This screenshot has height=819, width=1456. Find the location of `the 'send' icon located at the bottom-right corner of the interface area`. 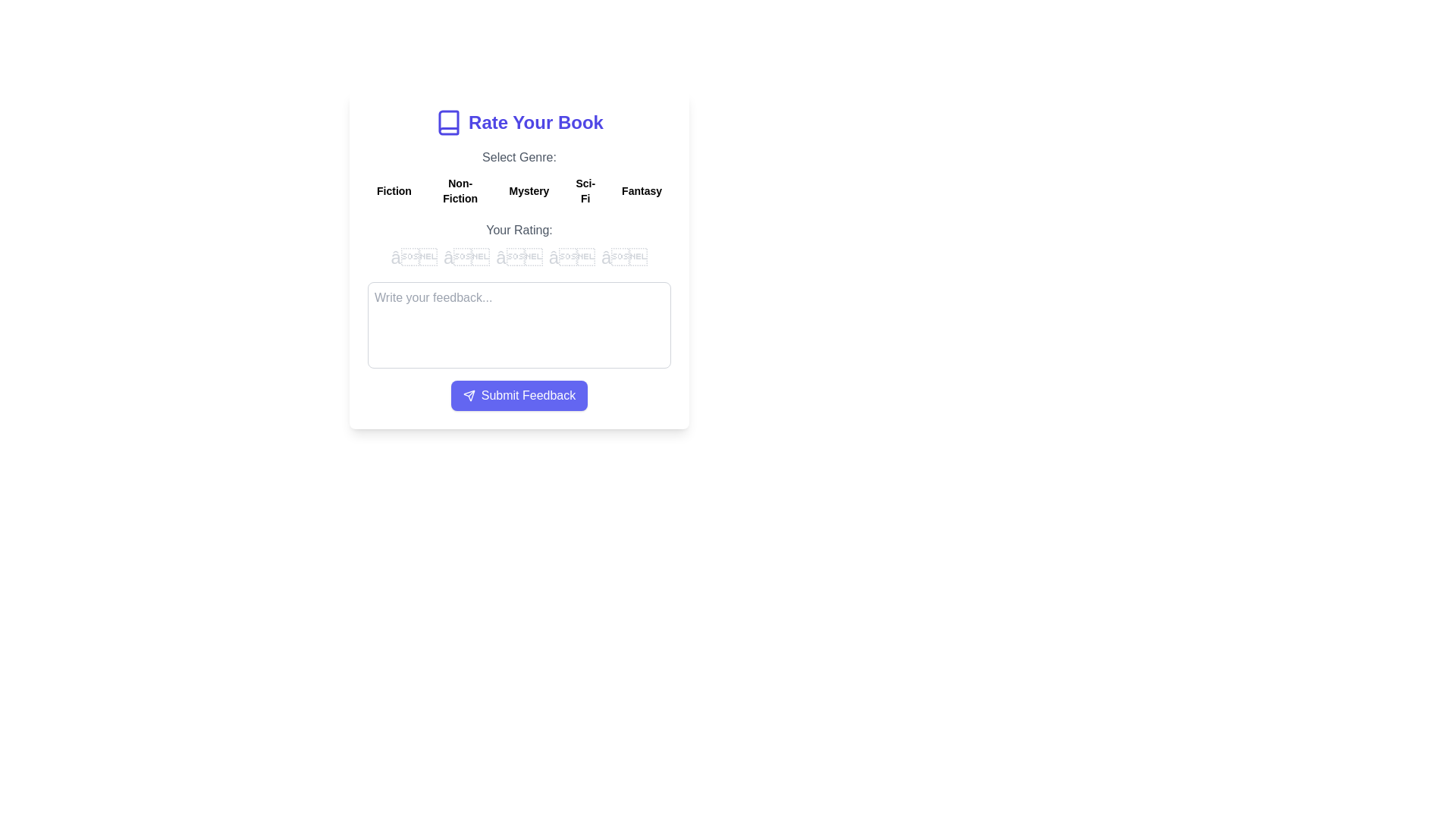

the 'send' icon located at the bottom-right corner of the interface area is located at coordinates (468, 394).